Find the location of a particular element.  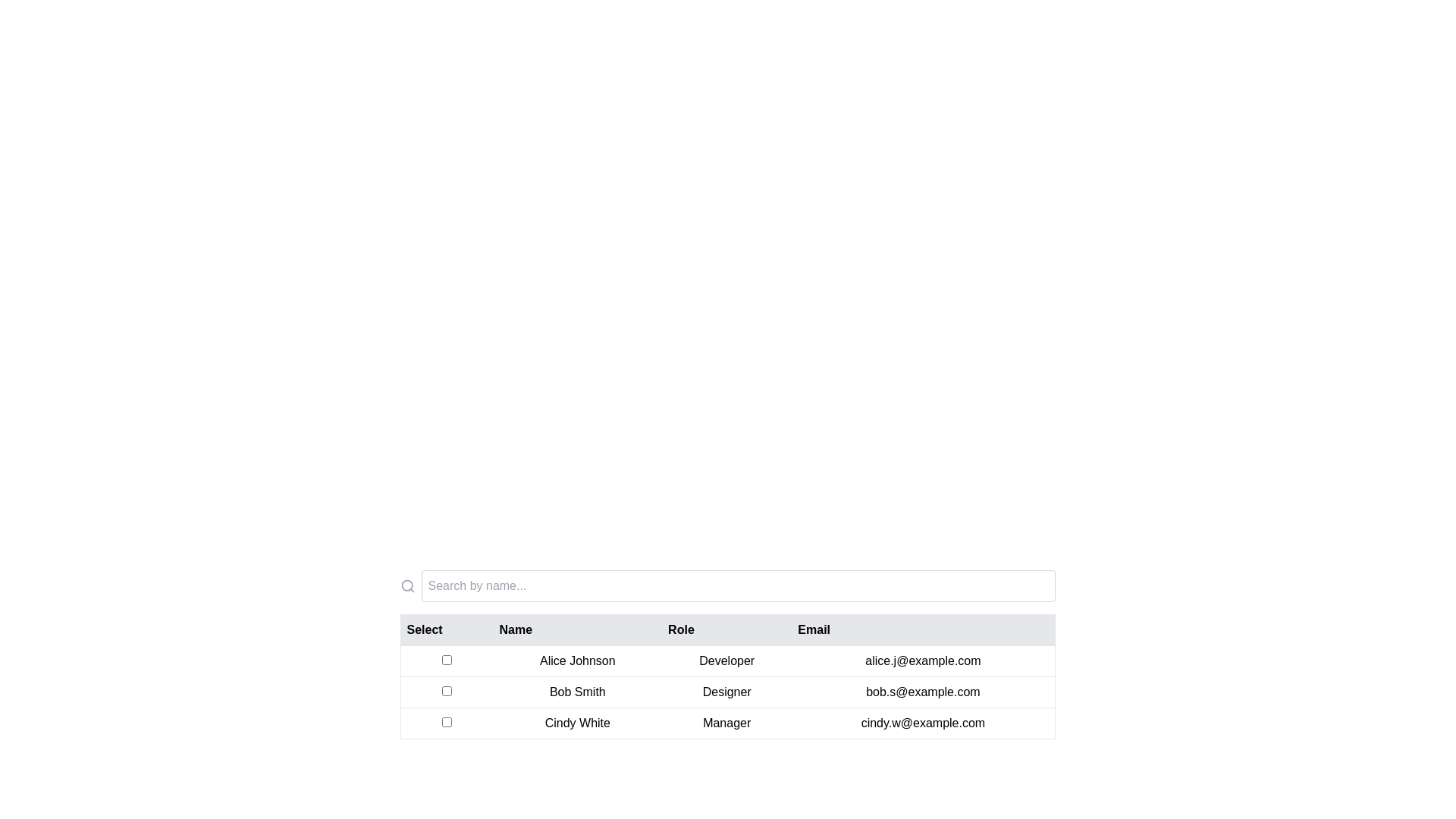

the text element displaying 'Alice Johnson' is located at coordinates (576, 660).